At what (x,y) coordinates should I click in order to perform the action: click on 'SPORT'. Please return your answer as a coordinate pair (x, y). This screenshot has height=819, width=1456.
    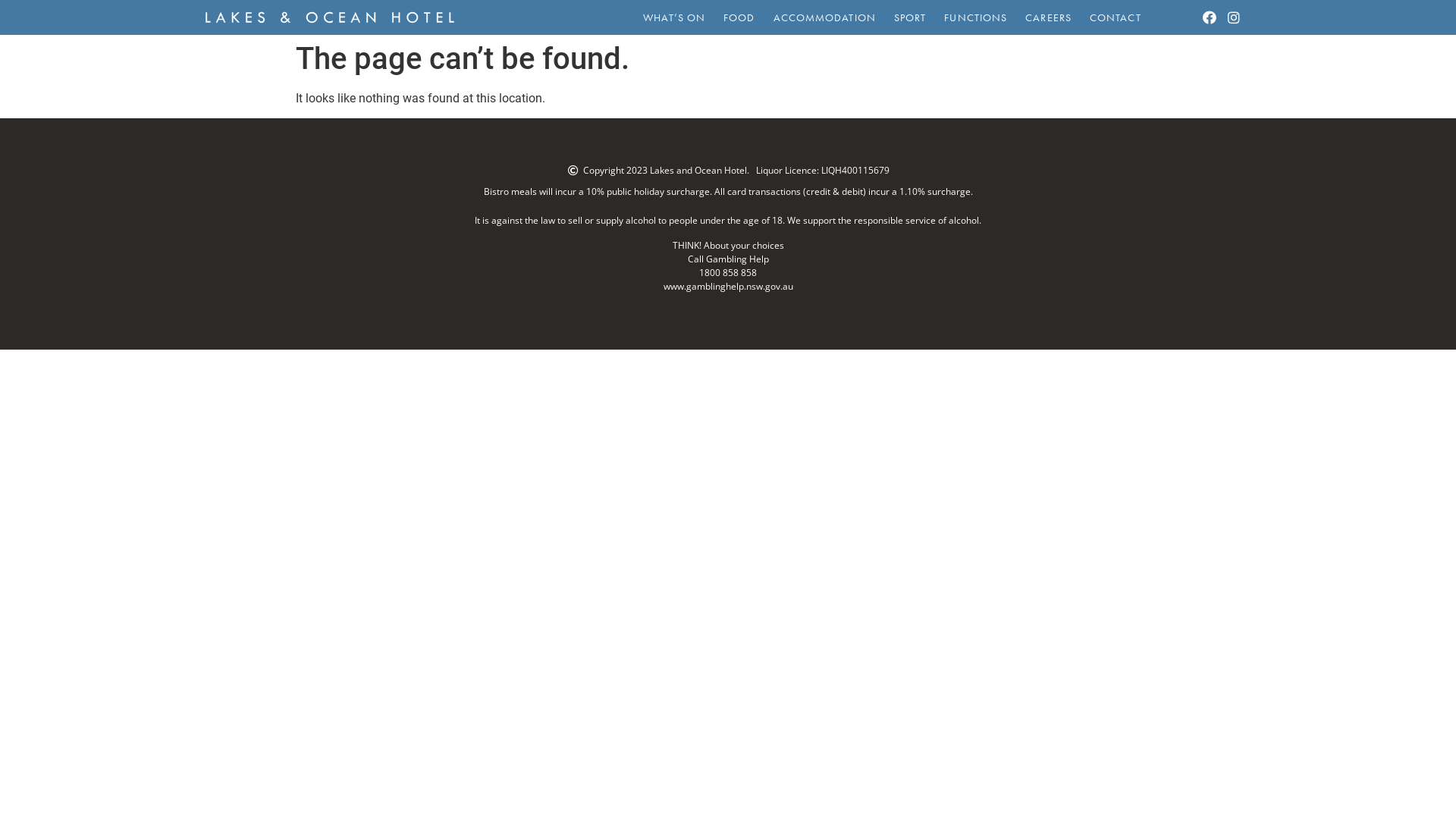
    Looking at the image, I should click on (884, 17).